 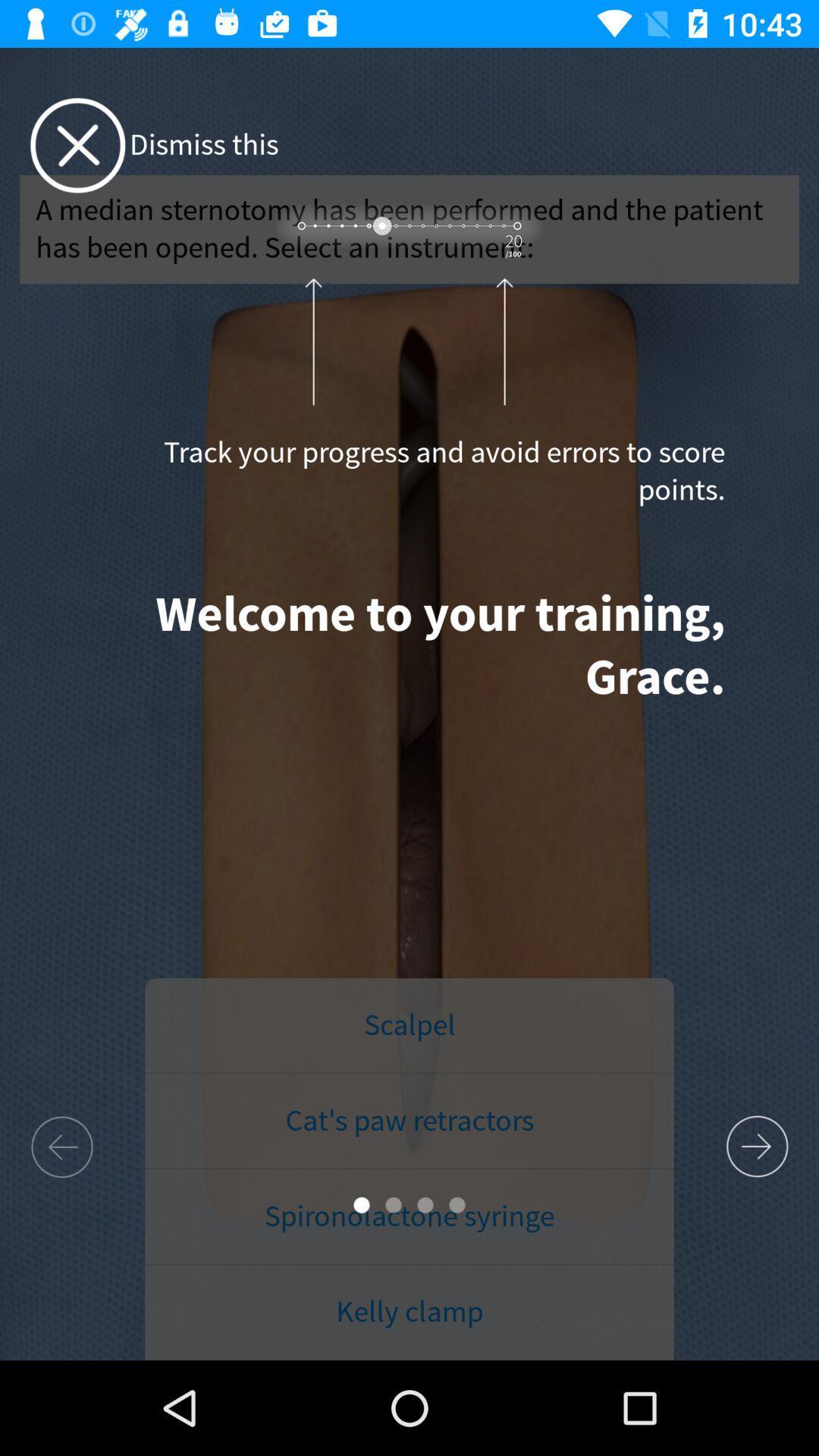 What do you see at coordinates (409, 1026) in the screenshot?
I see `icon above the cat s paw` at bounding box center [409, 1026].